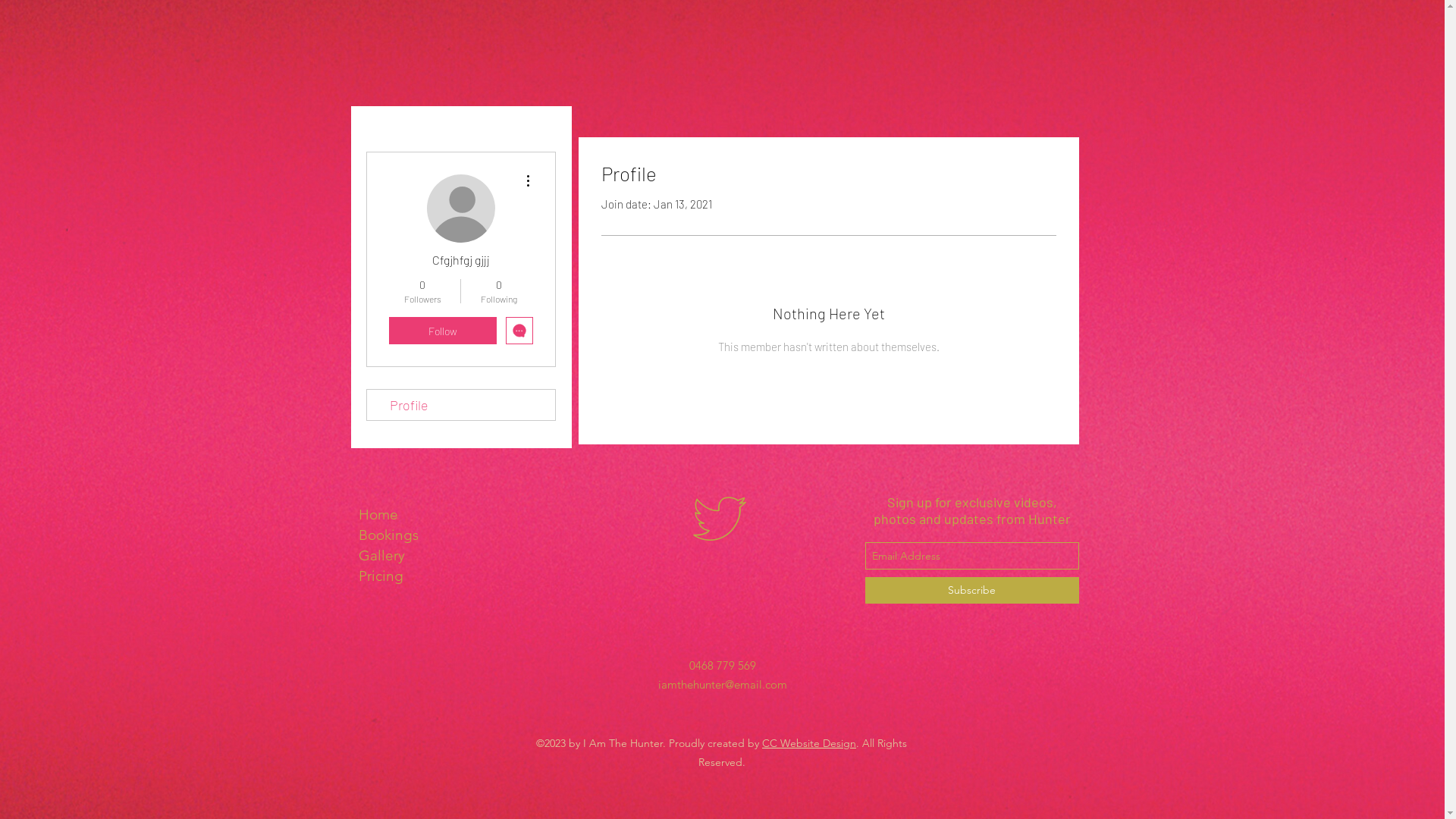  I want to click on 'Gallery', so click(356, 555).